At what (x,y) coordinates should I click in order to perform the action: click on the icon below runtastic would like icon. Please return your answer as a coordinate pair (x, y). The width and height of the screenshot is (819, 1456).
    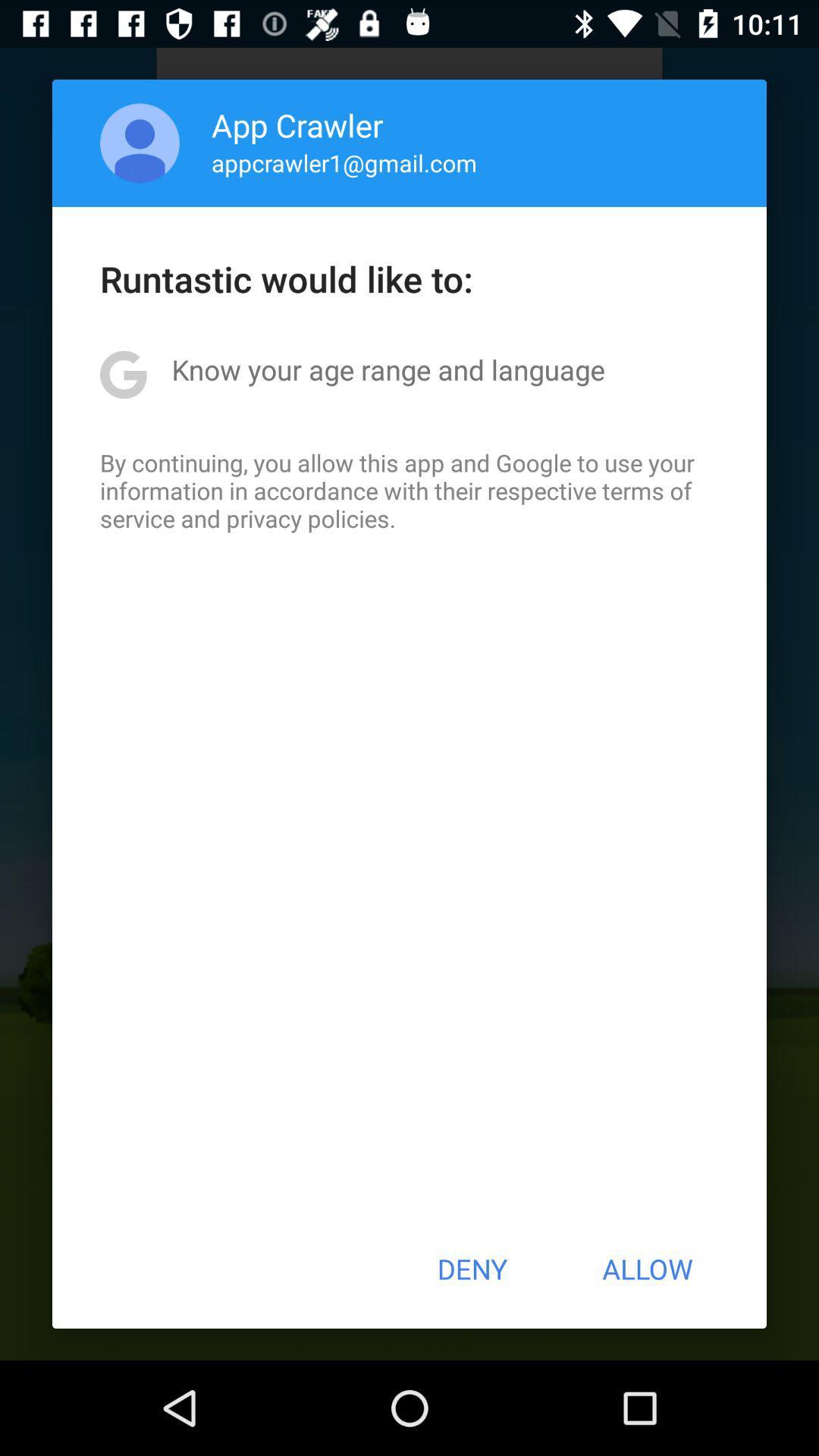
    Looking at the image, I should click on (388, 369).